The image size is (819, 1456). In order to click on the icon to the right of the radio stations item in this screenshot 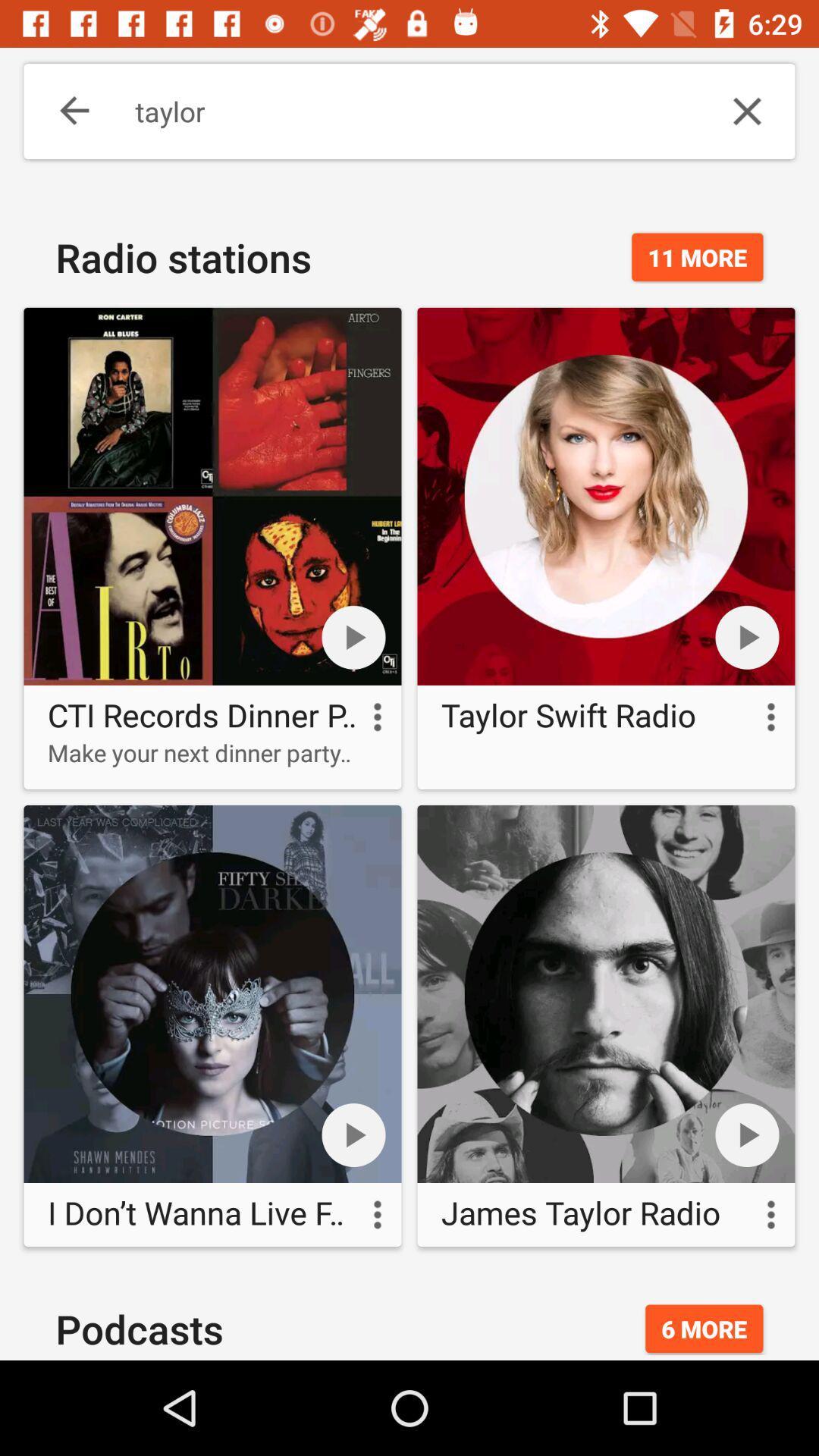, I will do `click(697, 257)`.